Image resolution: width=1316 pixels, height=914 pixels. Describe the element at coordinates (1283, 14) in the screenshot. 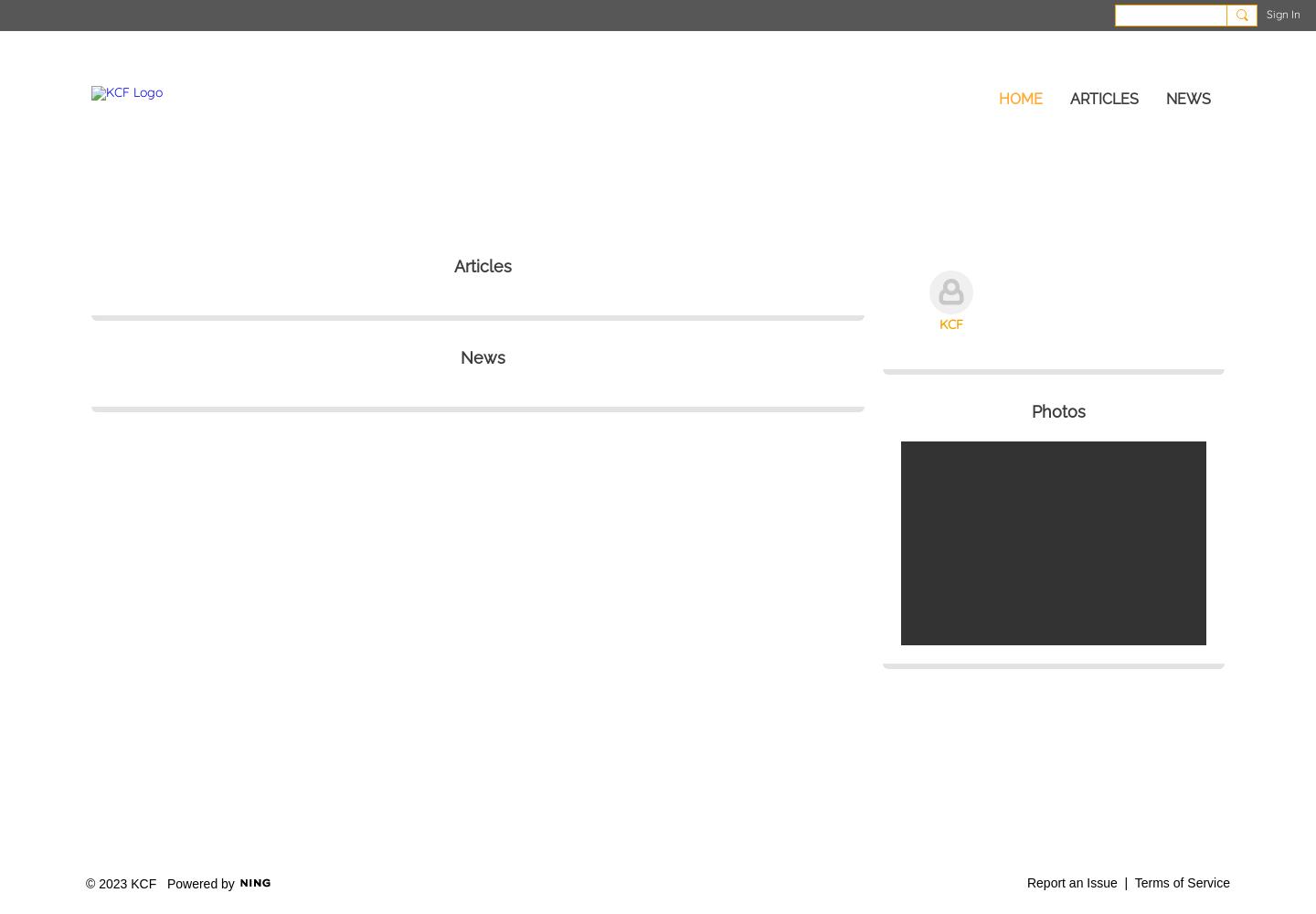

I see `'Sign In'` at that location.